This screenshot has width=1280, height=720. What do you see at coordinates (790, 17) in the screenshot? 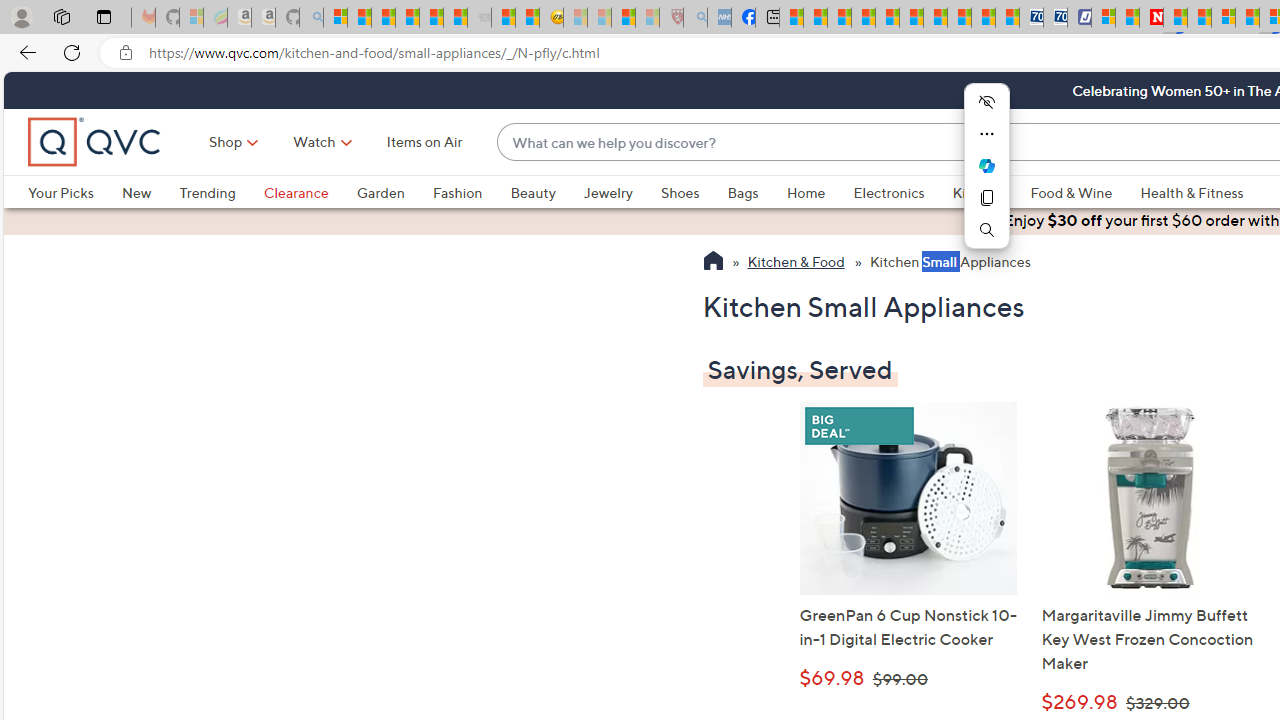
I see `'MSNBC - MSN'` at bounding box center [790, 17].